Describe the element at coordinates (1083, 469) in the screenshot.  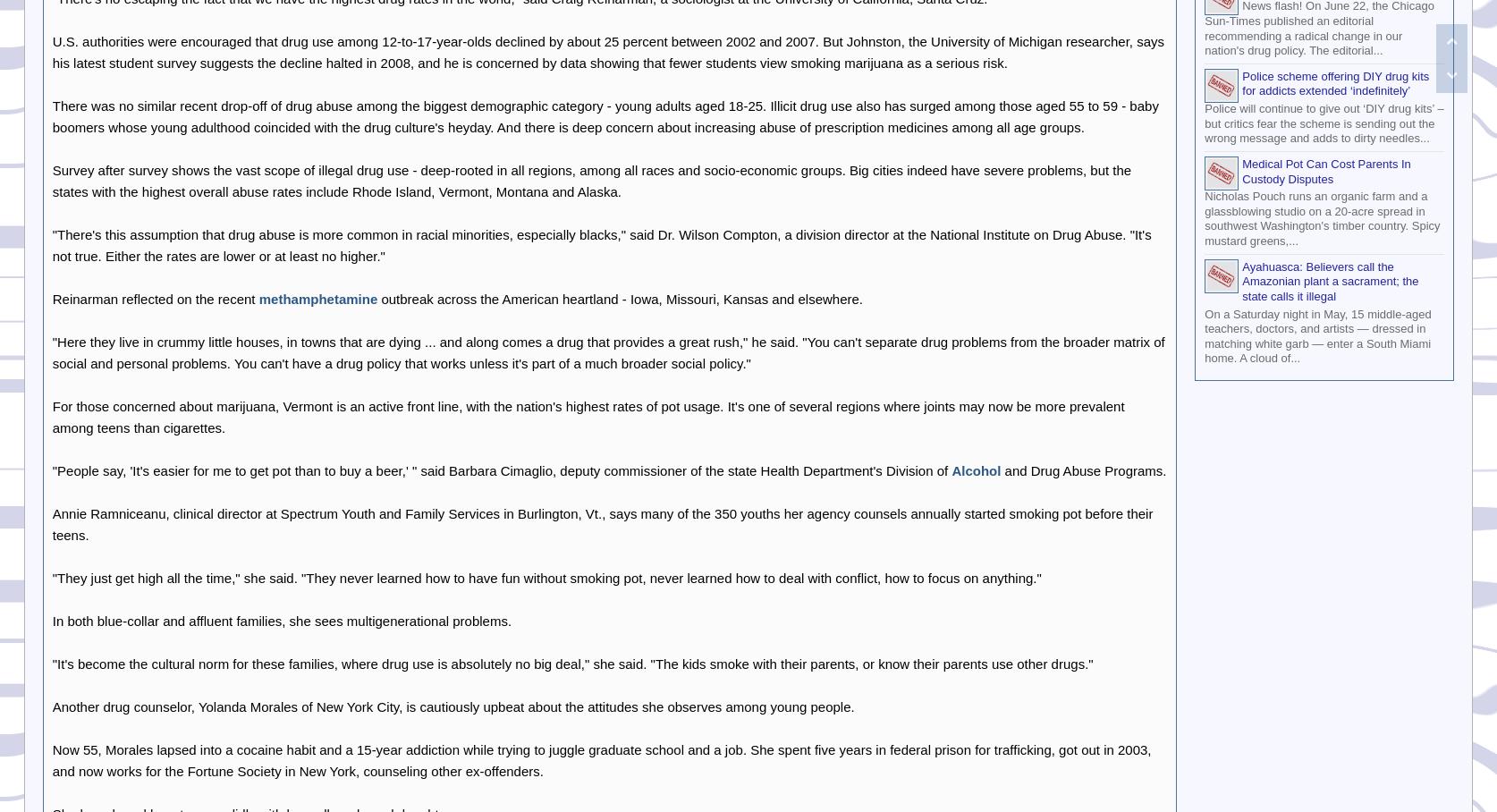
I see `'and Drug Abuse Programs.'` at that location.